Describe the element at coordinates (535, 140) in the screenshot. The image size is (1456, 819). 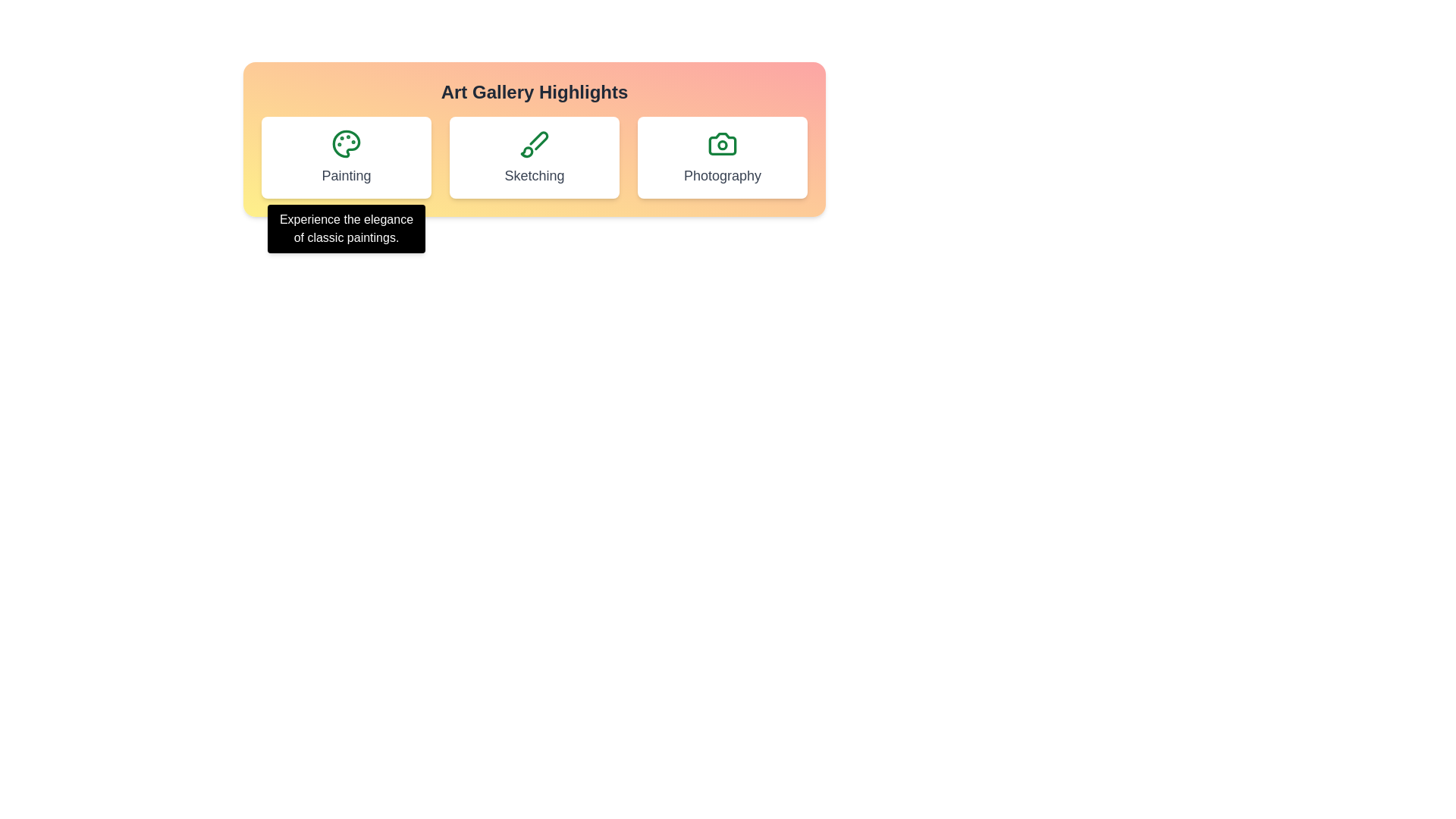
I see `the rectangular section with a gradient background titled 'Art Gallery Highlights'` at that location.